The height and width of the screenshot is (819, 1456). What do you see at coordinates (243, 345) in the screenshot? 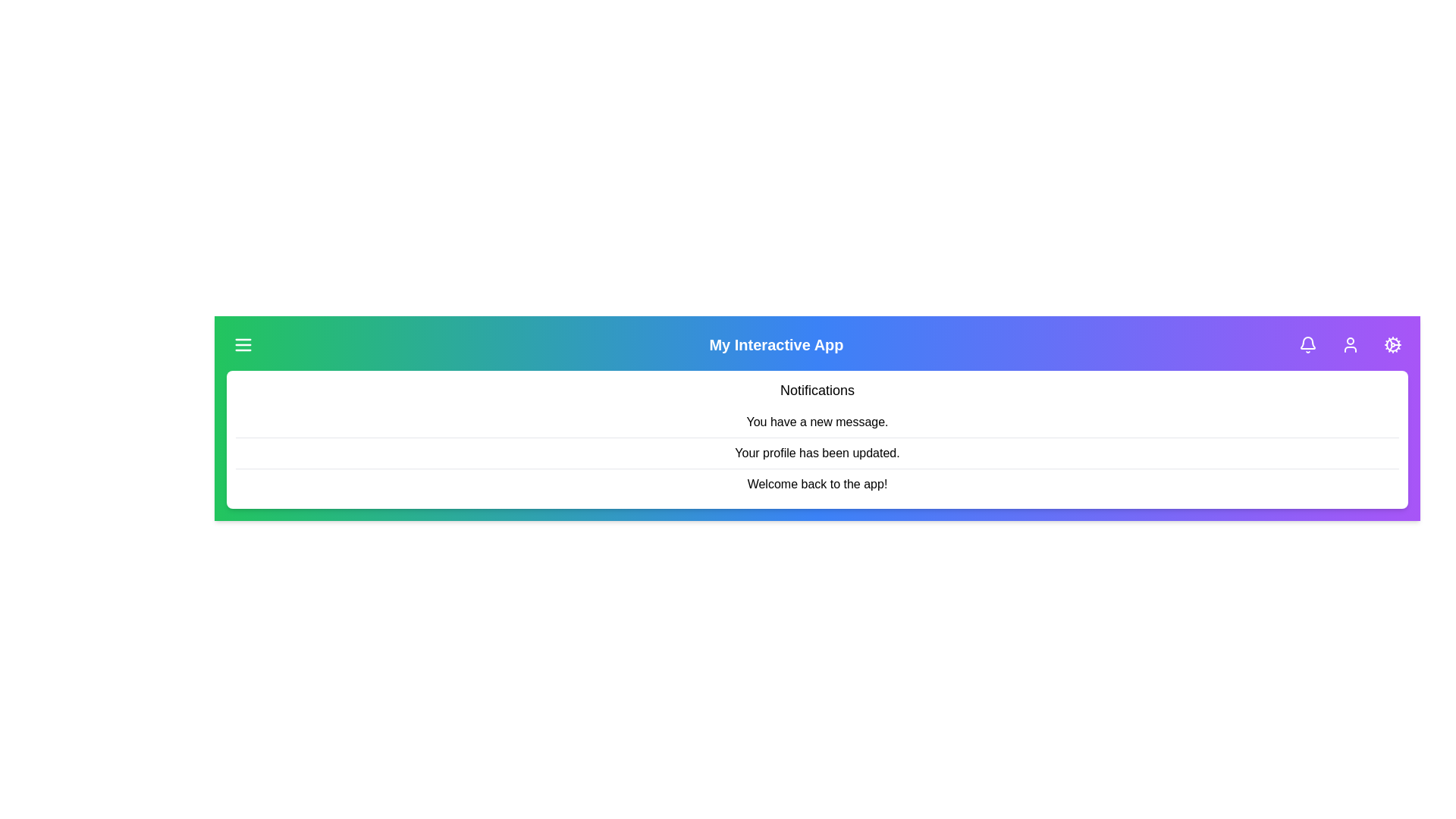
I see `the menu button in the app bar` at bounding box center [243, 345].